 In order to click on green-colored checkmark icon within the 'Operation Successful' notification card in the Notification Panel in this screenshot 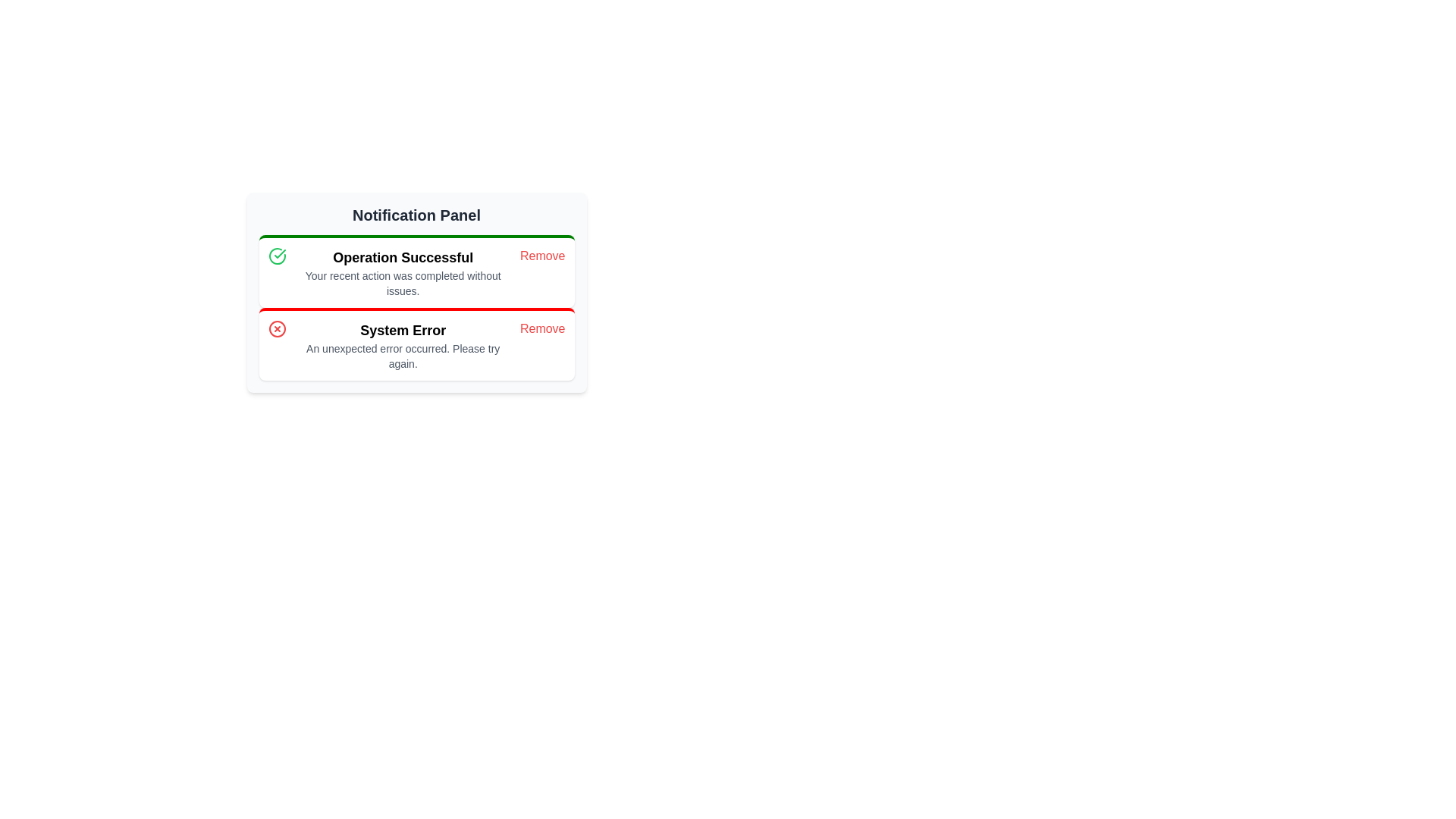, I will do `click(280, 253)`.